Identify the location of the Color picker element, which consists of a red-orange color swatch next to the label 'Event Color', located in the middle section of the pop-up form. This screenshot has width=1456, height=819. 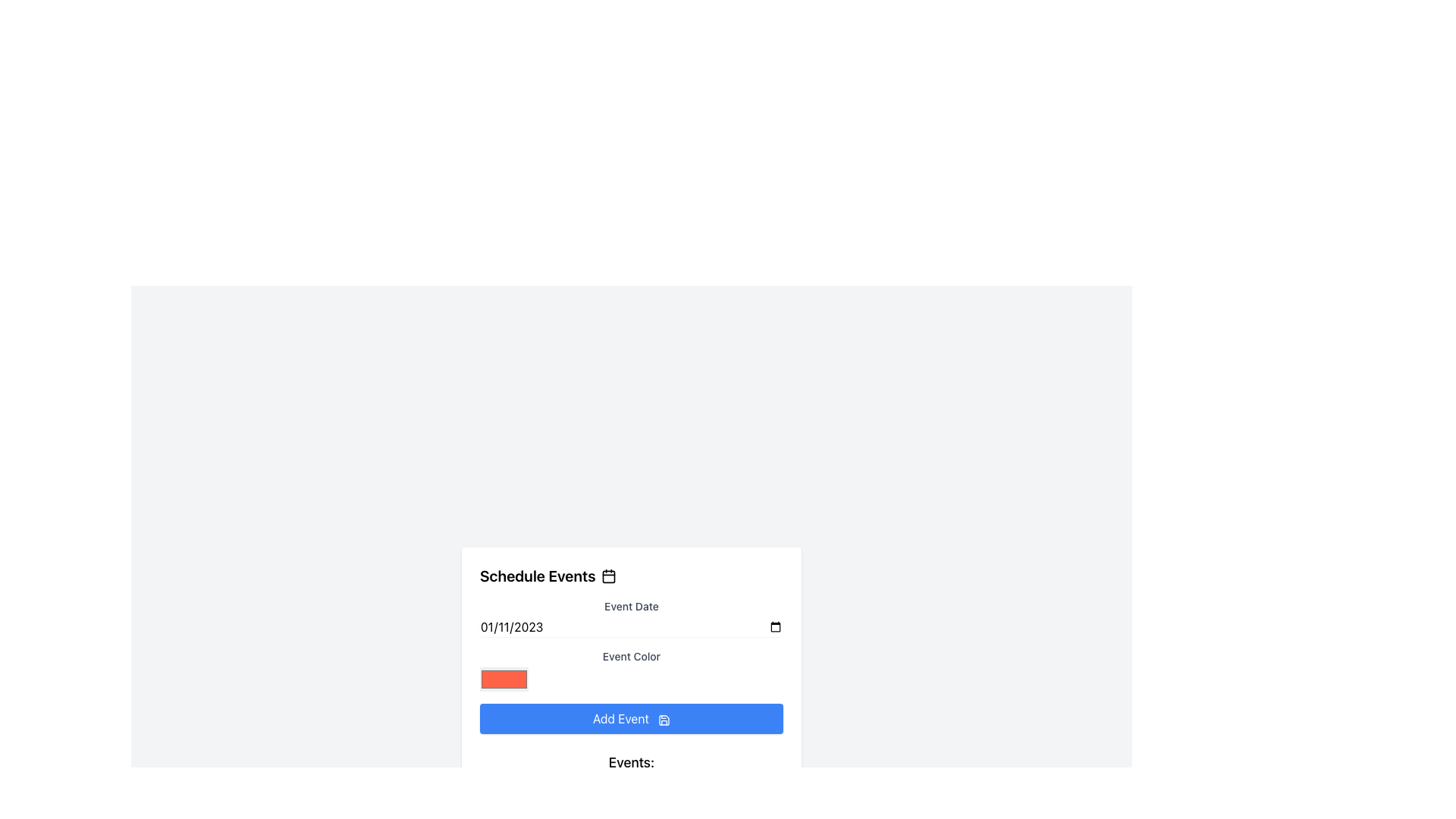
(632, 669).